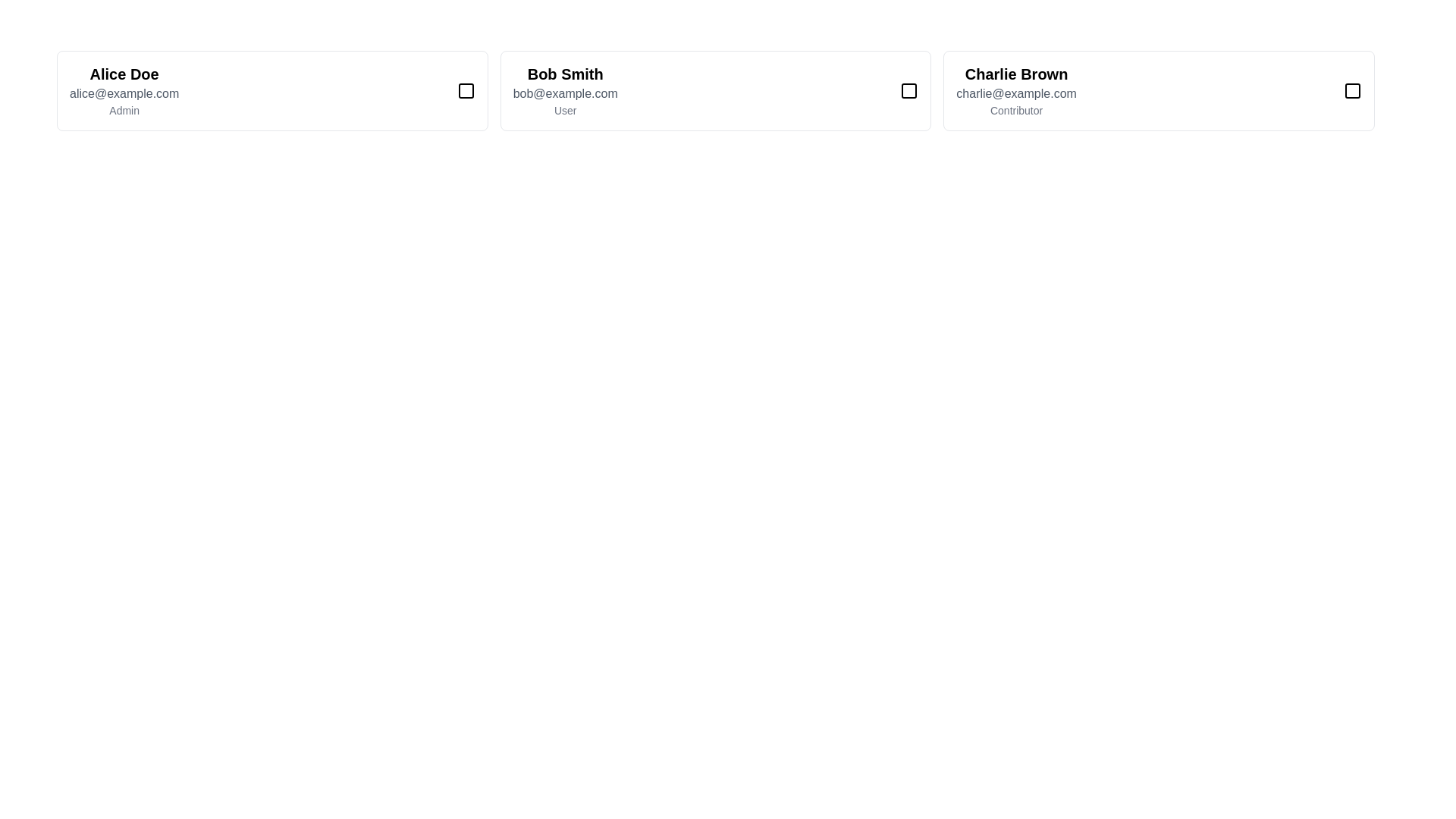  Describe the element at coordinates (564, 74) in the screenshot. I see `the text label 'Bob Smith', which is styled in bold and positioned as a header above the email 'bob@example.com' and the label 'User'` at that location.